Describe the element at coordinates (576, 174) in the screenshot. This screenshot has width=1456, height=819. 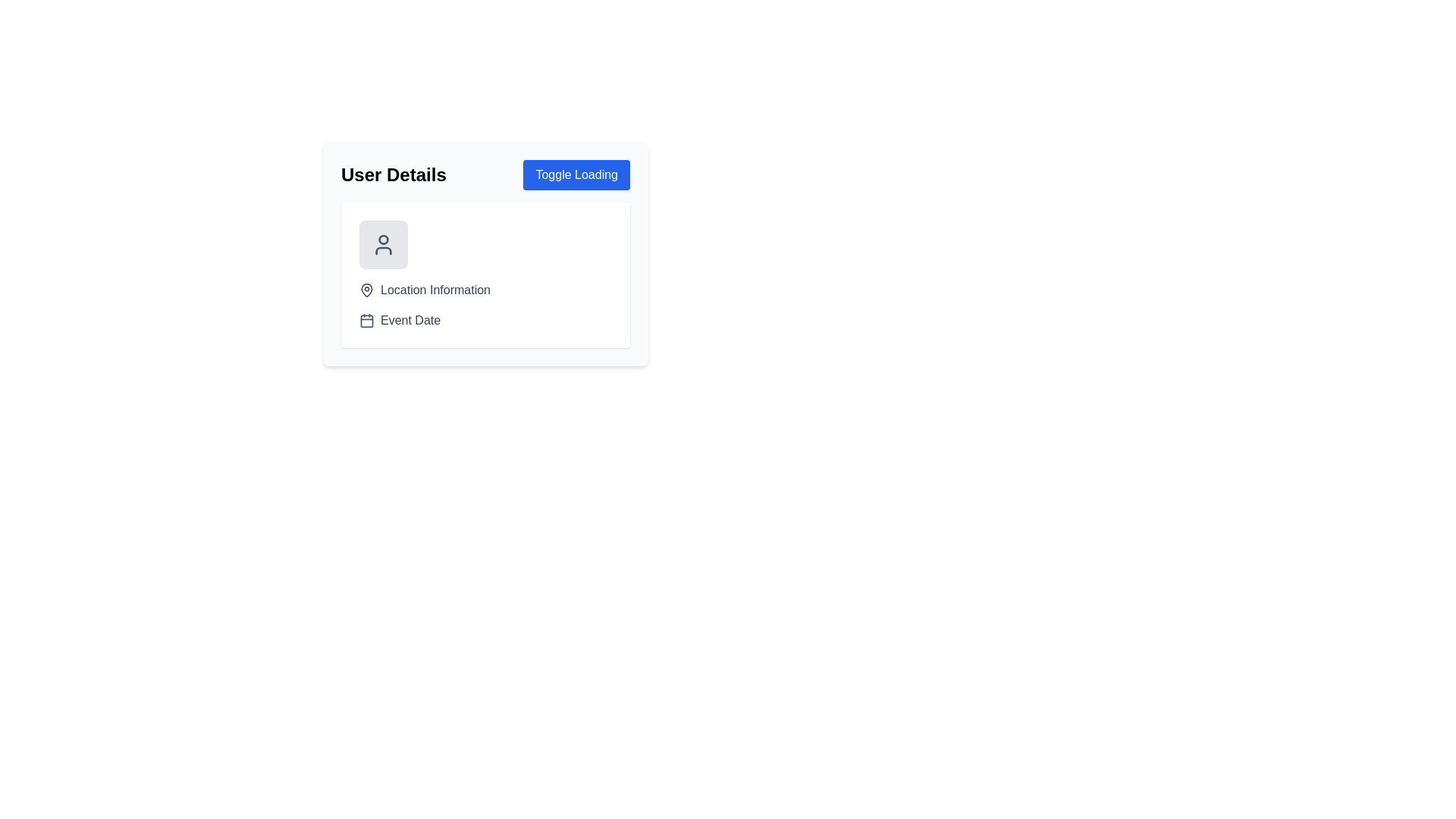
I see `the 'Toggle Loading' button` at that location.